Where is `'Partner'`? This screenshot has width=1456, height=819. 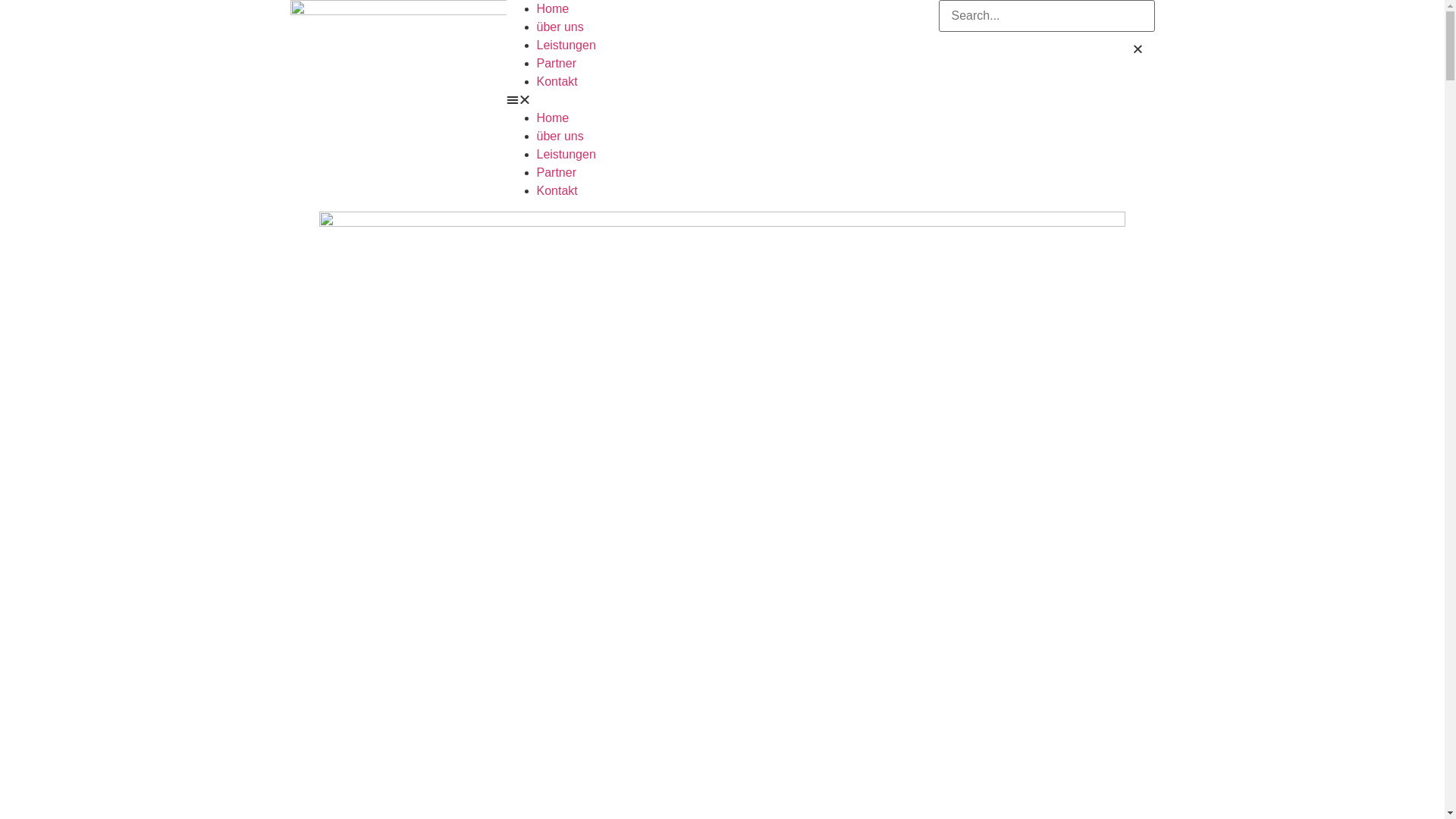
'Partner' is located at coordinates (556, 62).